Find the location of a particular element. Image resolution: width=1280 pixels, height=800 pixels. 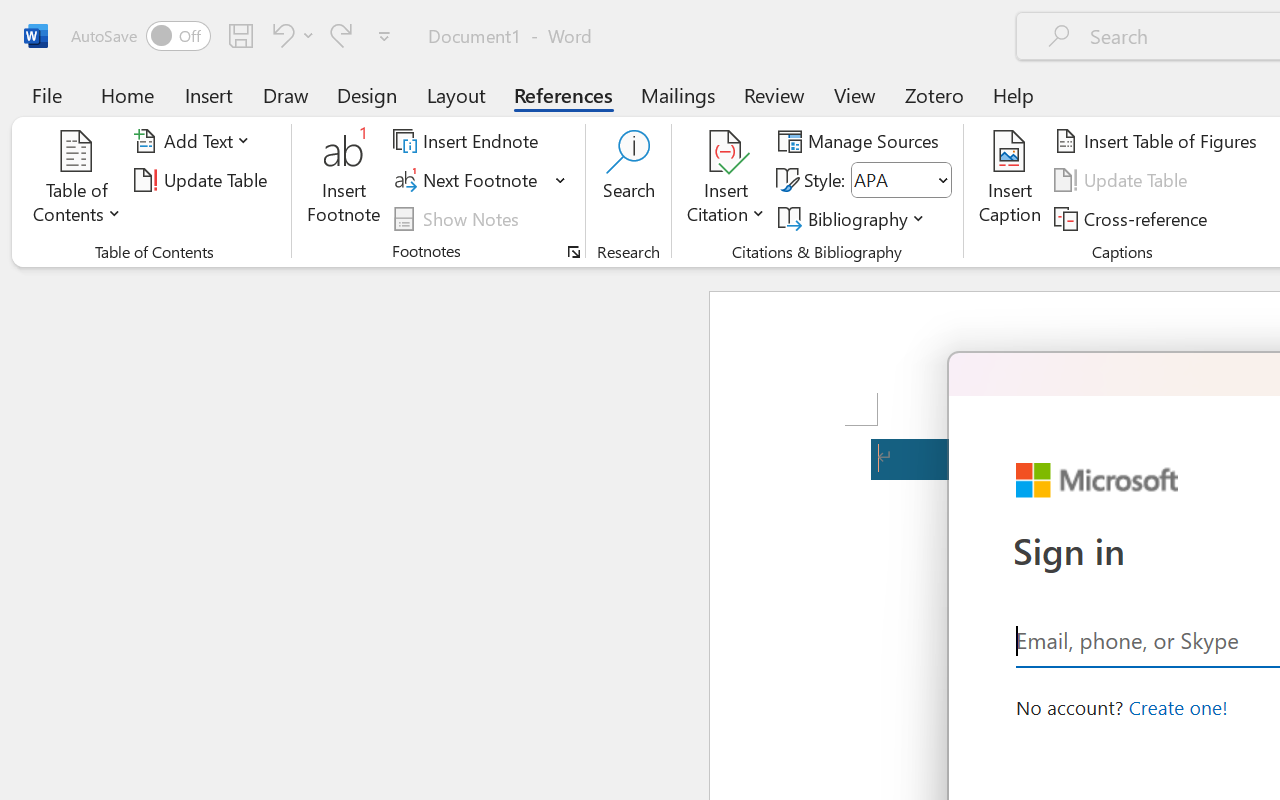

'Redo Apply Quick Style' is located at coordinates (341, 34).